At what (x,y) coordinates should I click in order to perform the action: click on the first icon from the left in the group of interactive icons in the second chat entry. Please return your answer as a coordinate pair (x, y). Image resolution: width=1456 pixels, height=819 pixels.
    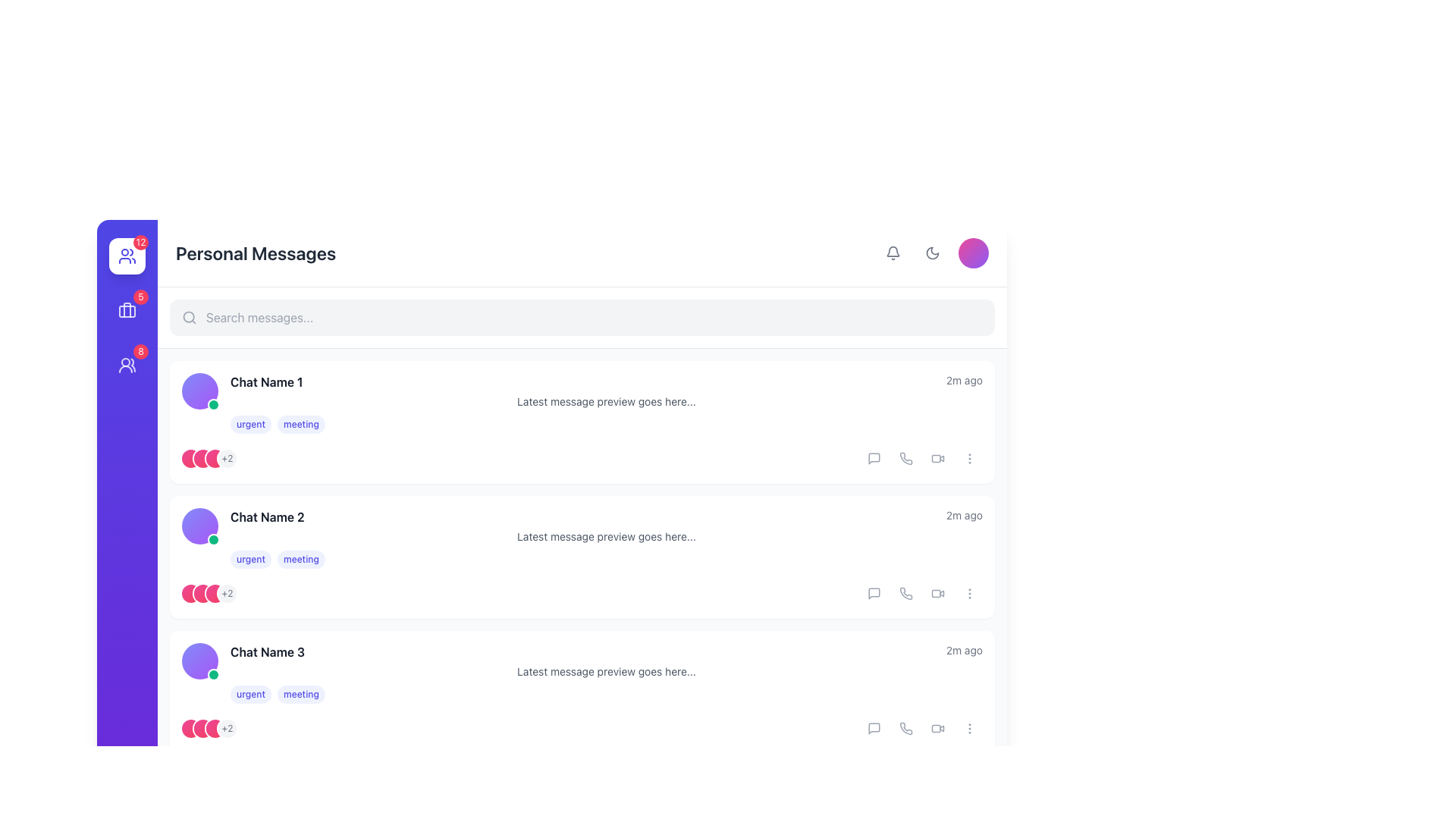
    Looking at the image, I should click on (874, 593).